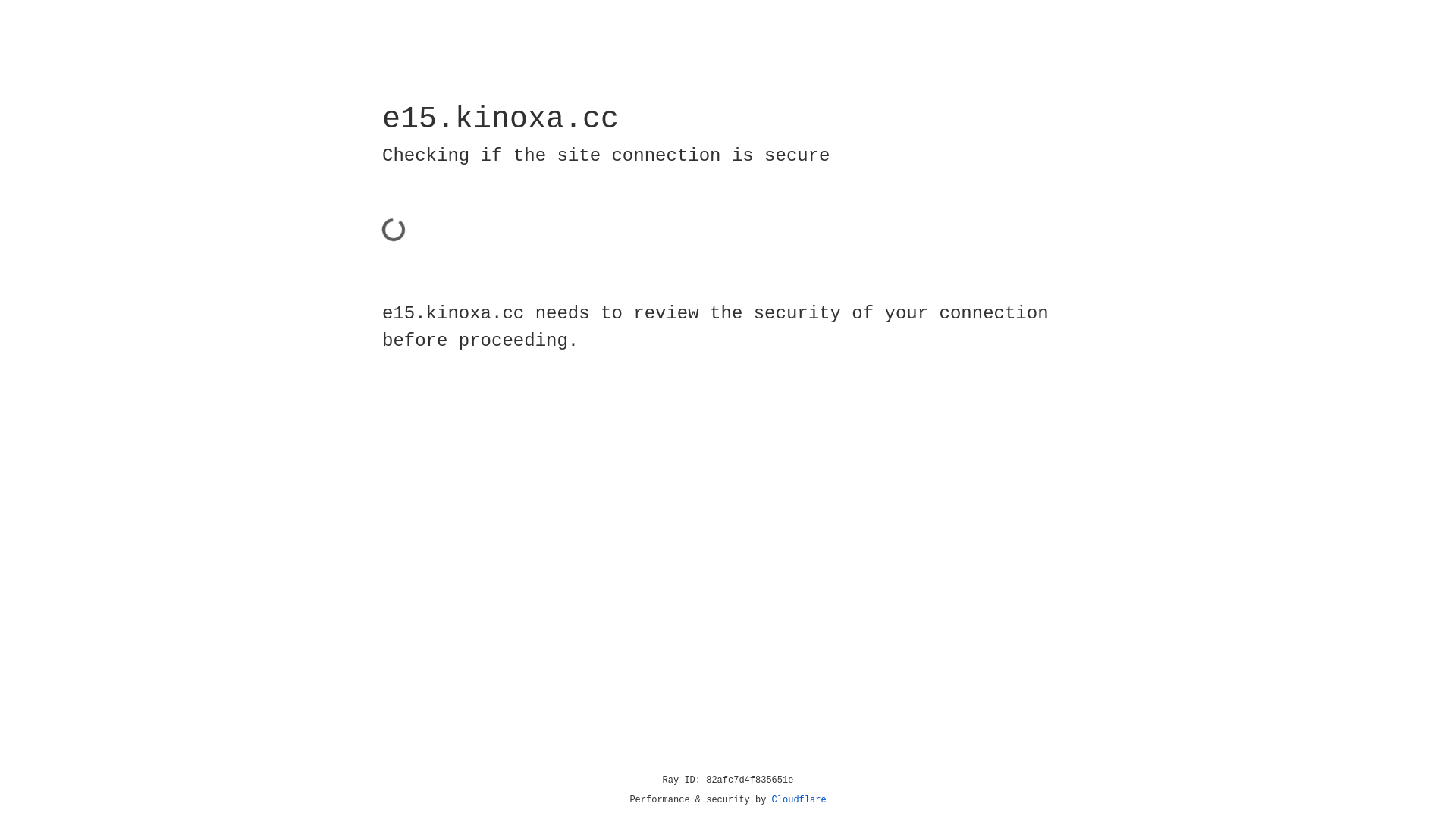 The height and width of the screenshot is (819, 1456). I want to click on 'Cloudflare', so click(799, 799).